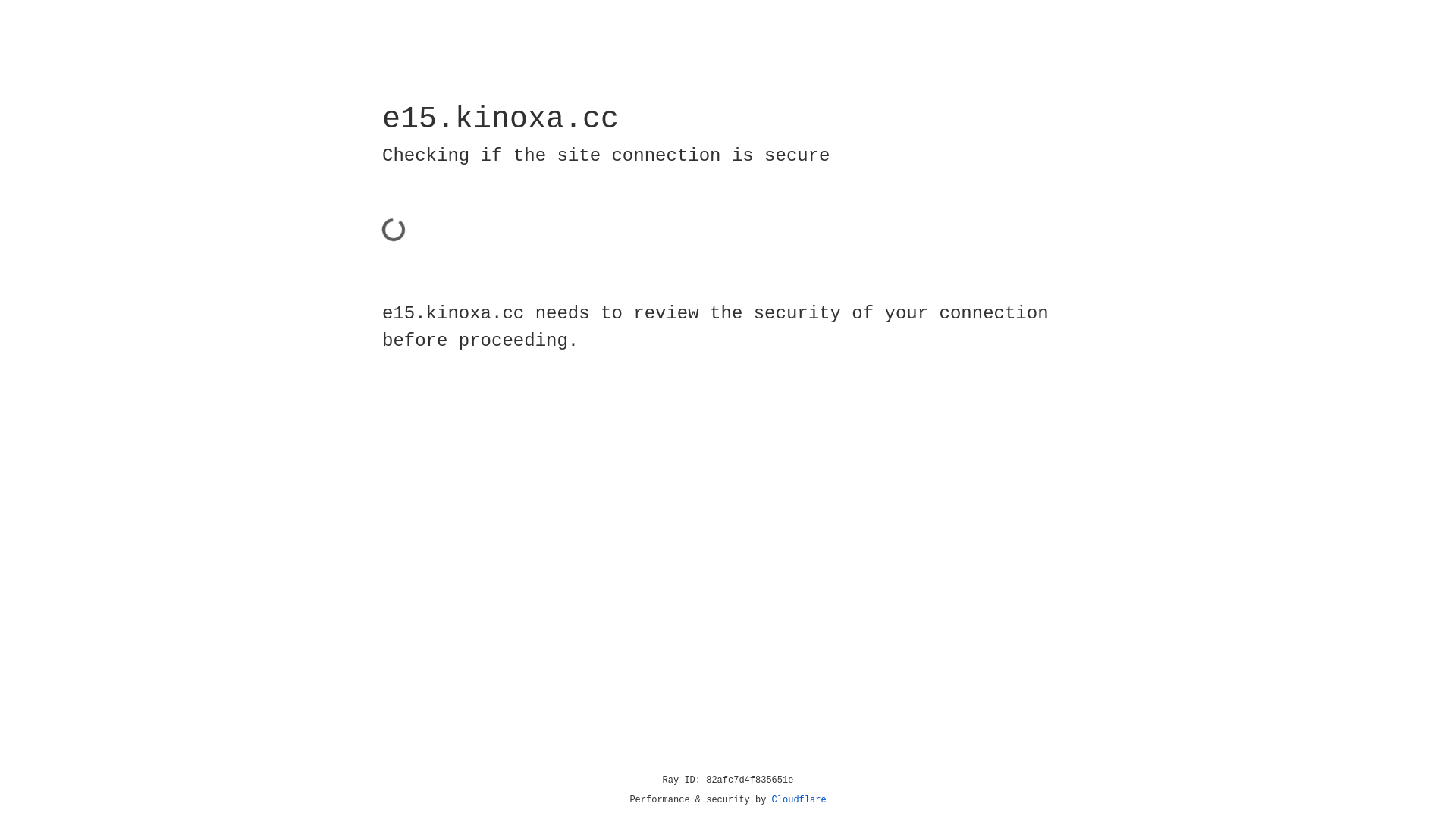 The height and width of the screenshot is (819, 1456). I want to click on 'Cloudflare', so click(799, 799).